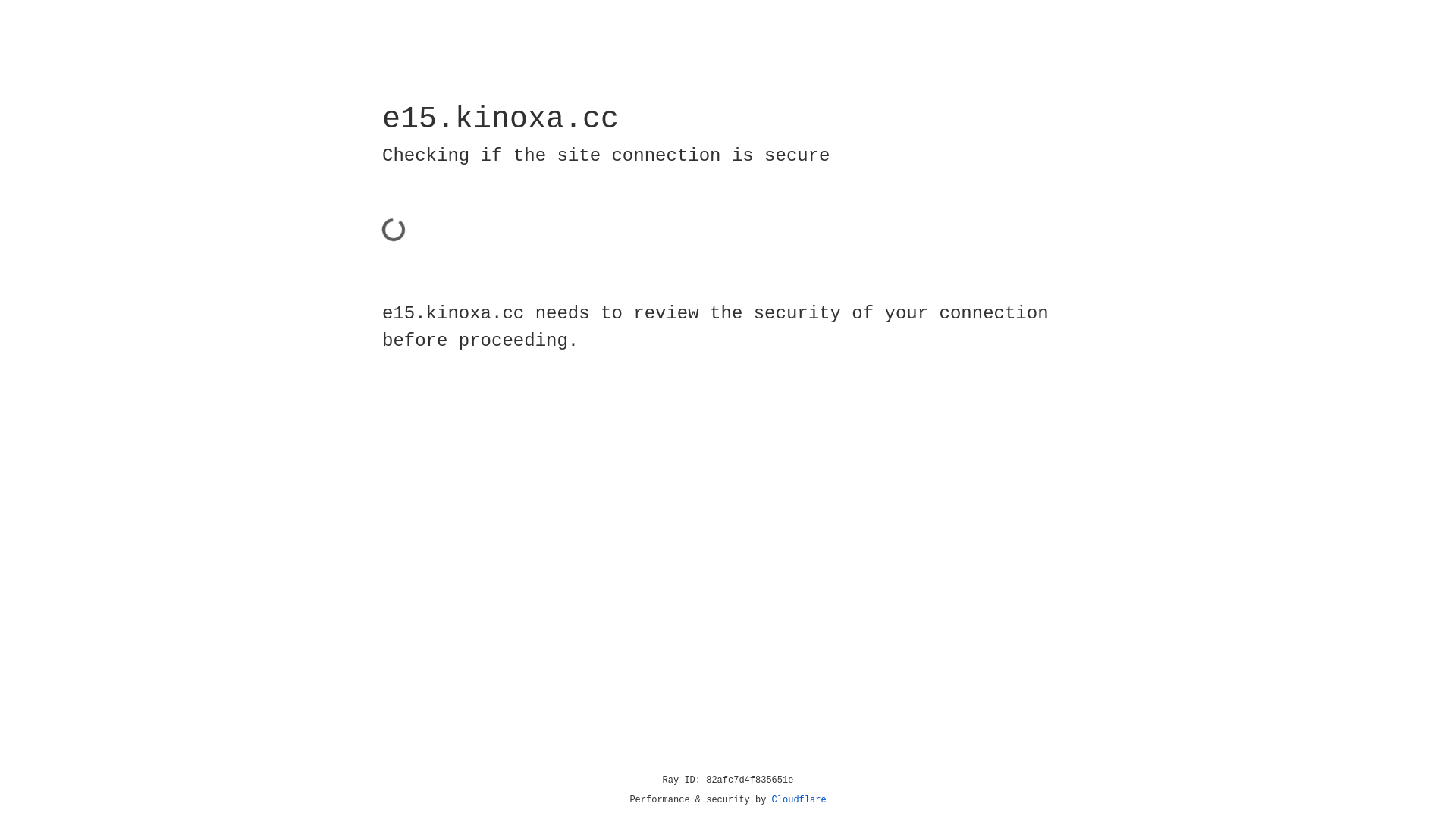 The height and width of the screenshot is (819, 1456). I want to click on 'Cloudflare', so click(799, 799).